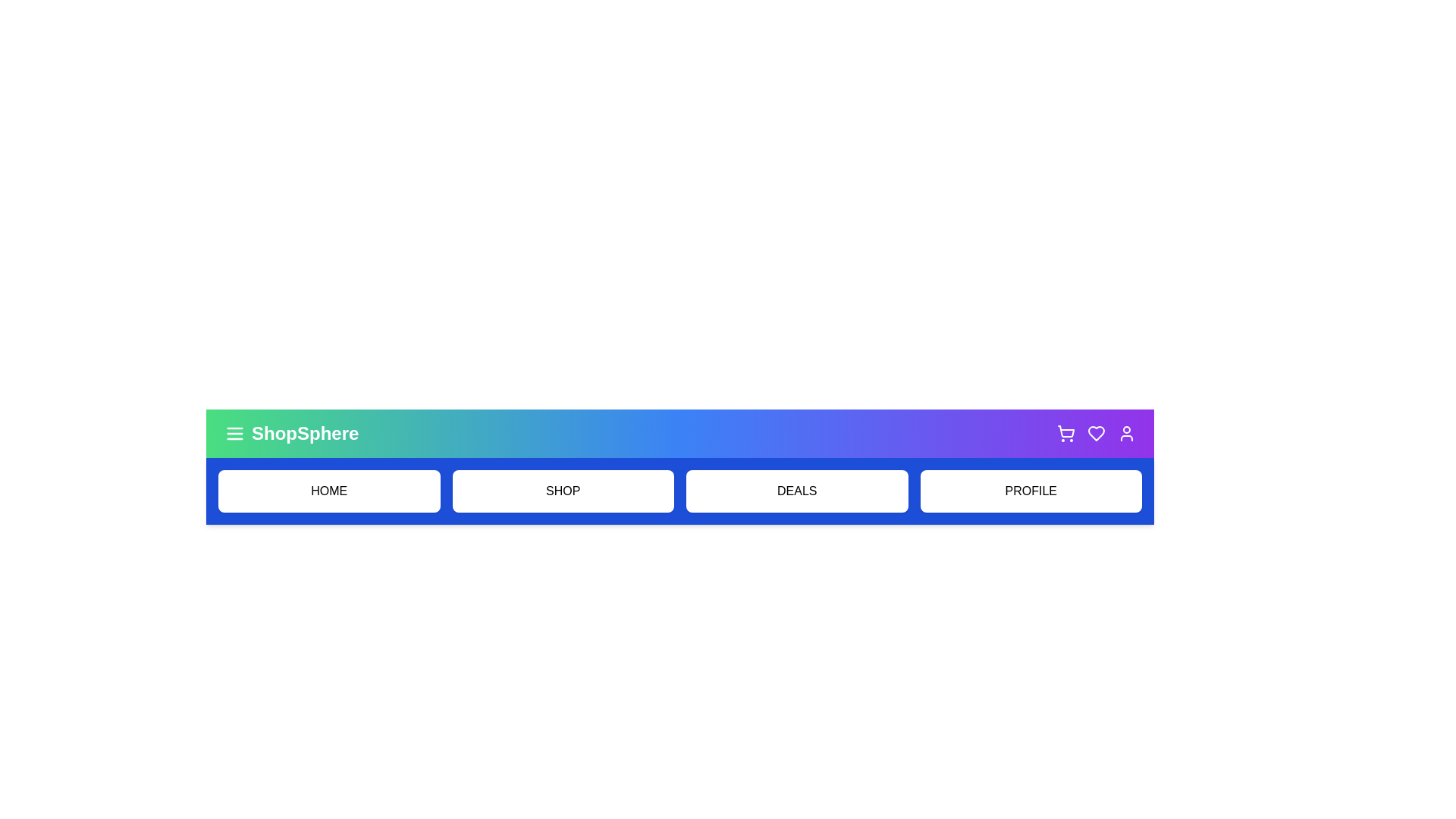 This screenshot has height=819, width=1456. I want to click on the 'Profile' menu item, so click(1031, 491).